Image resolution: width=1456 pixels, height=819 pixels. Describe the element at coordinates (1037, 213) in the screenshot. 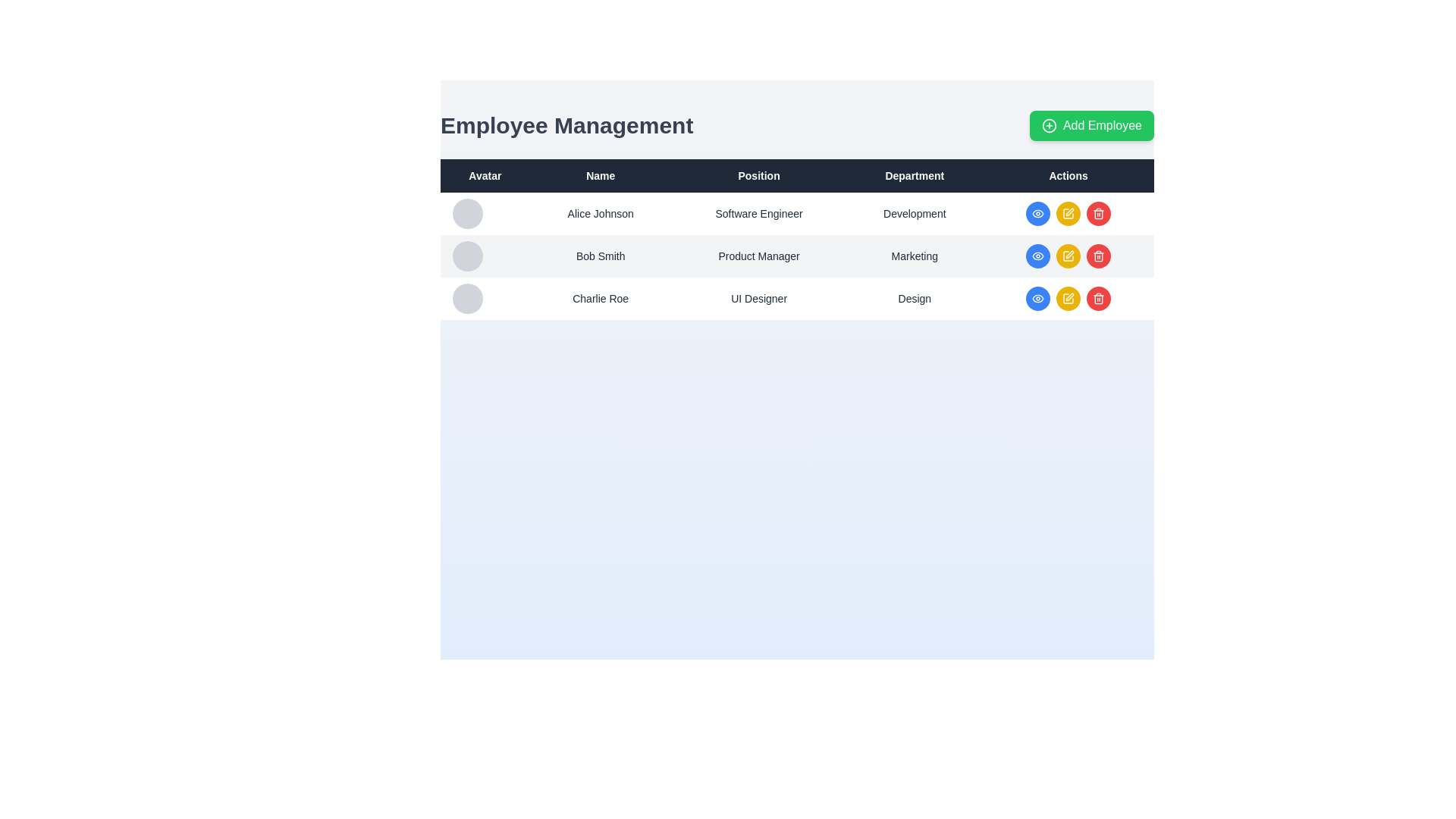

I see `the first action button in the 'Actions' column of the table, which allows users` at that location.